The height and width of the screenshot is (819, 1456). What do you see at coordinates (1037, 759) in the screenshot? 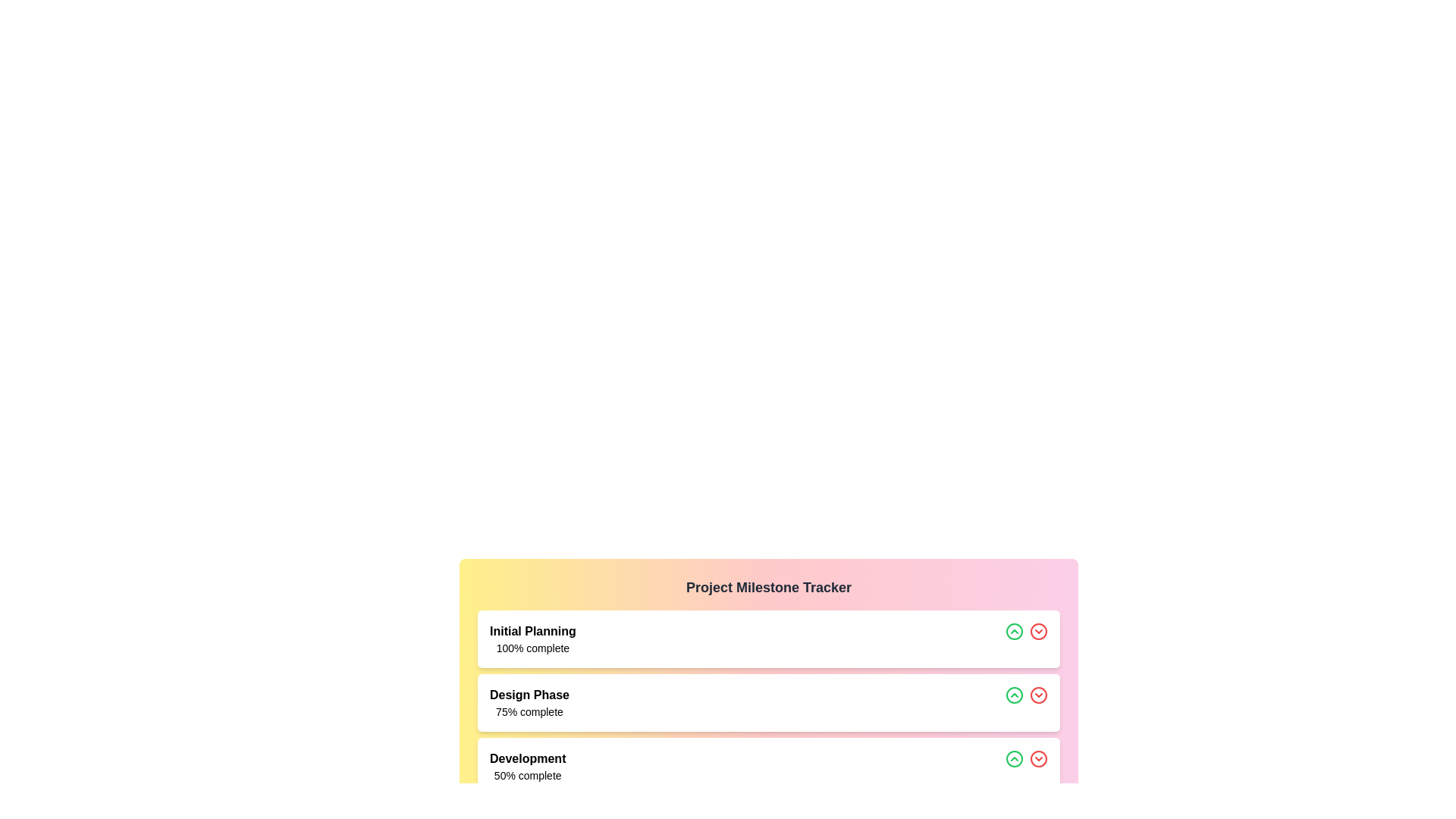
I see `the downward action icon located in the second position of a vertical sequence of two icons within the red and green icon pair at the bottom of the 'Development' progress row` at bounding box center [1037, 759].